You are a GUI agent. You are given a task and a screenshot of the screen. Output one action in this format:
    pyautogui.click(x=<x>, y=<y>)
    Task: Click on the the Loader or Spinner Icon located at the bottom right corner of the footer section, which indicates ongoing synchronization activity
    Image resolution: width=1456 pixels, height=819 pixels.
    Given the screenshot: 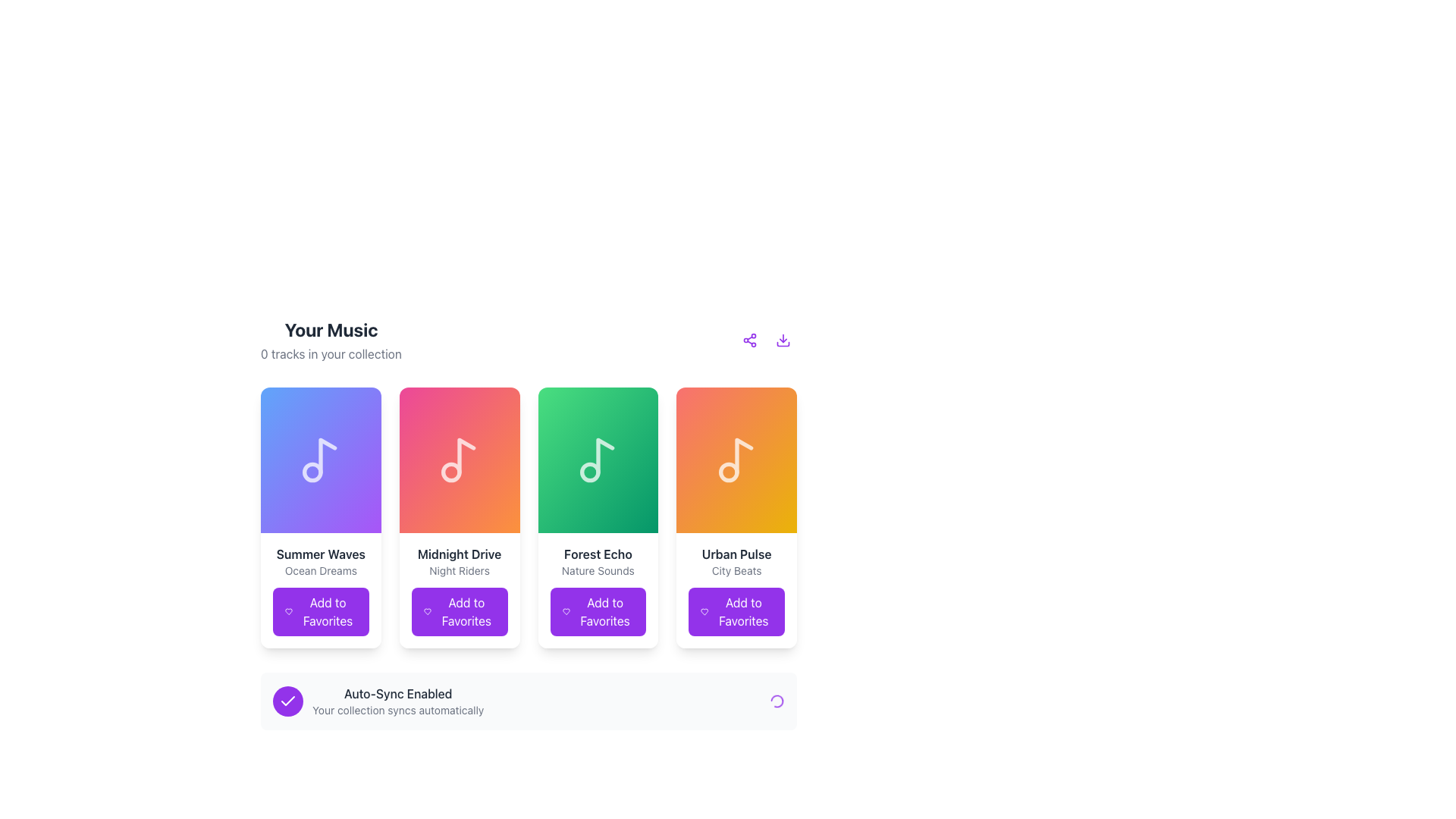 What is the action you would take?
    pyautogui.click(x=777, y=701)
    